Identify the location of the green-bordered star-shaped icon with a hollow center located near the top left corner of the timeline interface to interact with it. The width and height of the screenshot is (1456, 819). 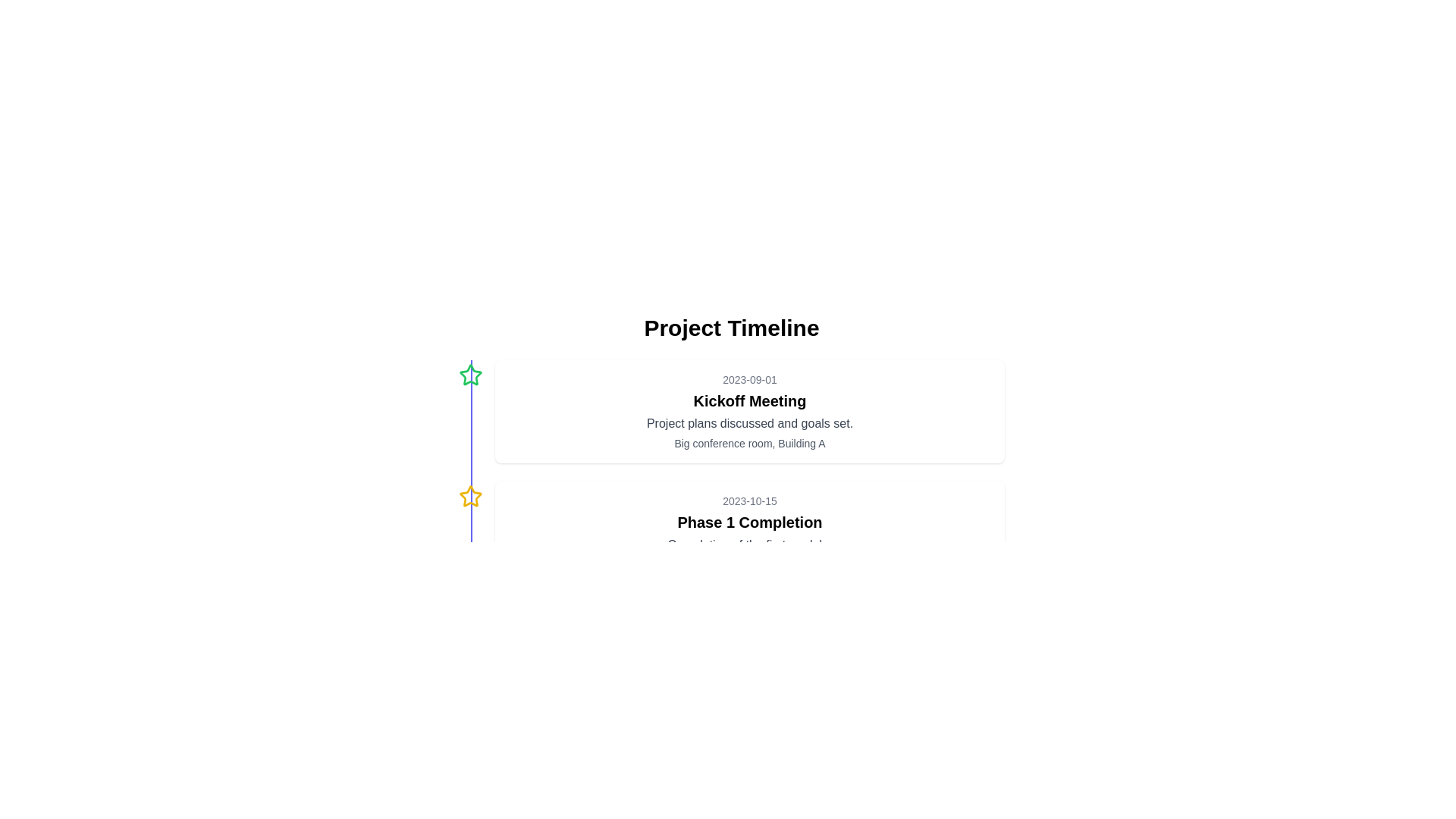
(469, 374).